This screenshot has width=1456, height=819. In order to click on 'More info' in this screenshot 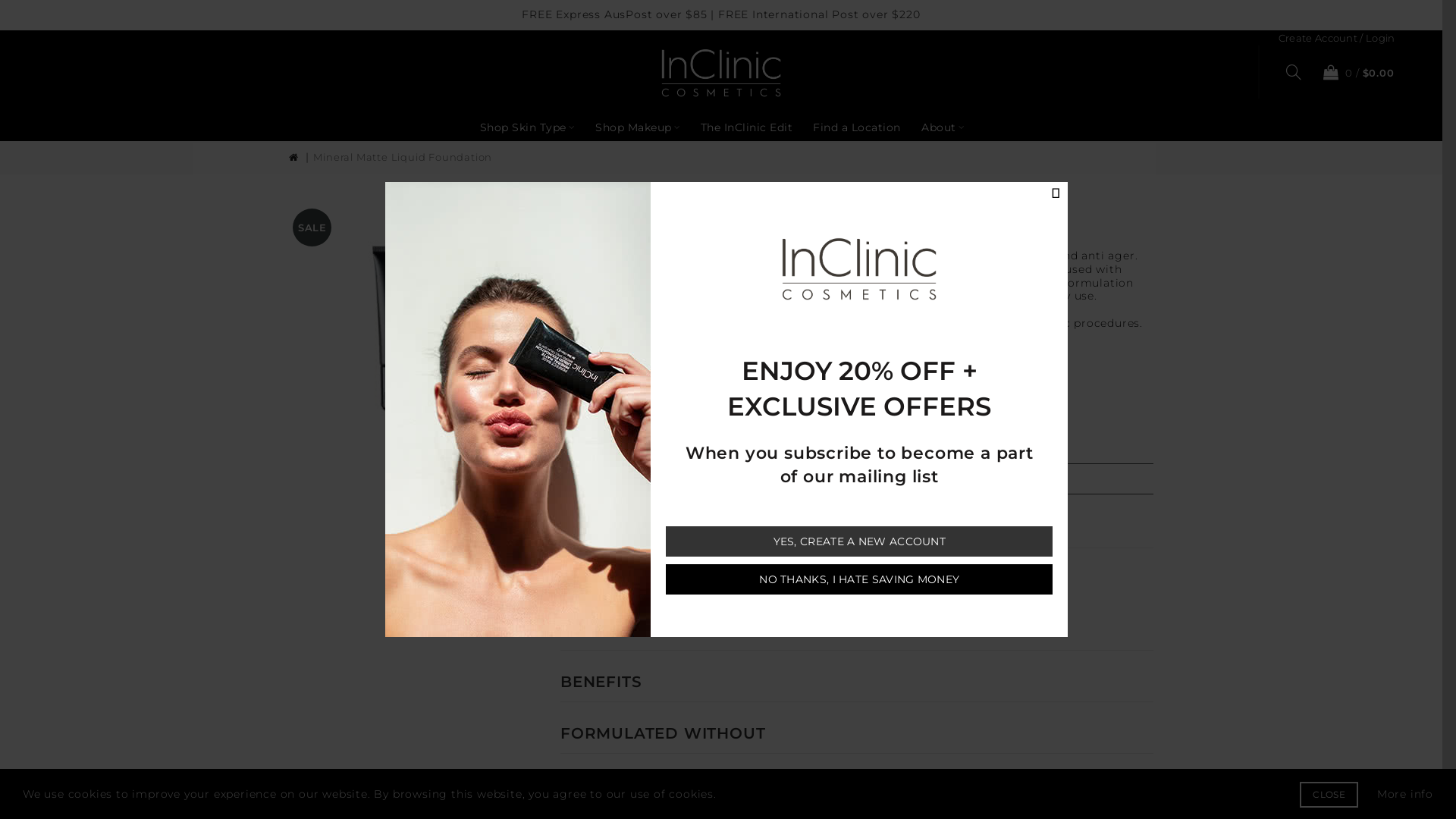, I will do `click(1376, 792)`.